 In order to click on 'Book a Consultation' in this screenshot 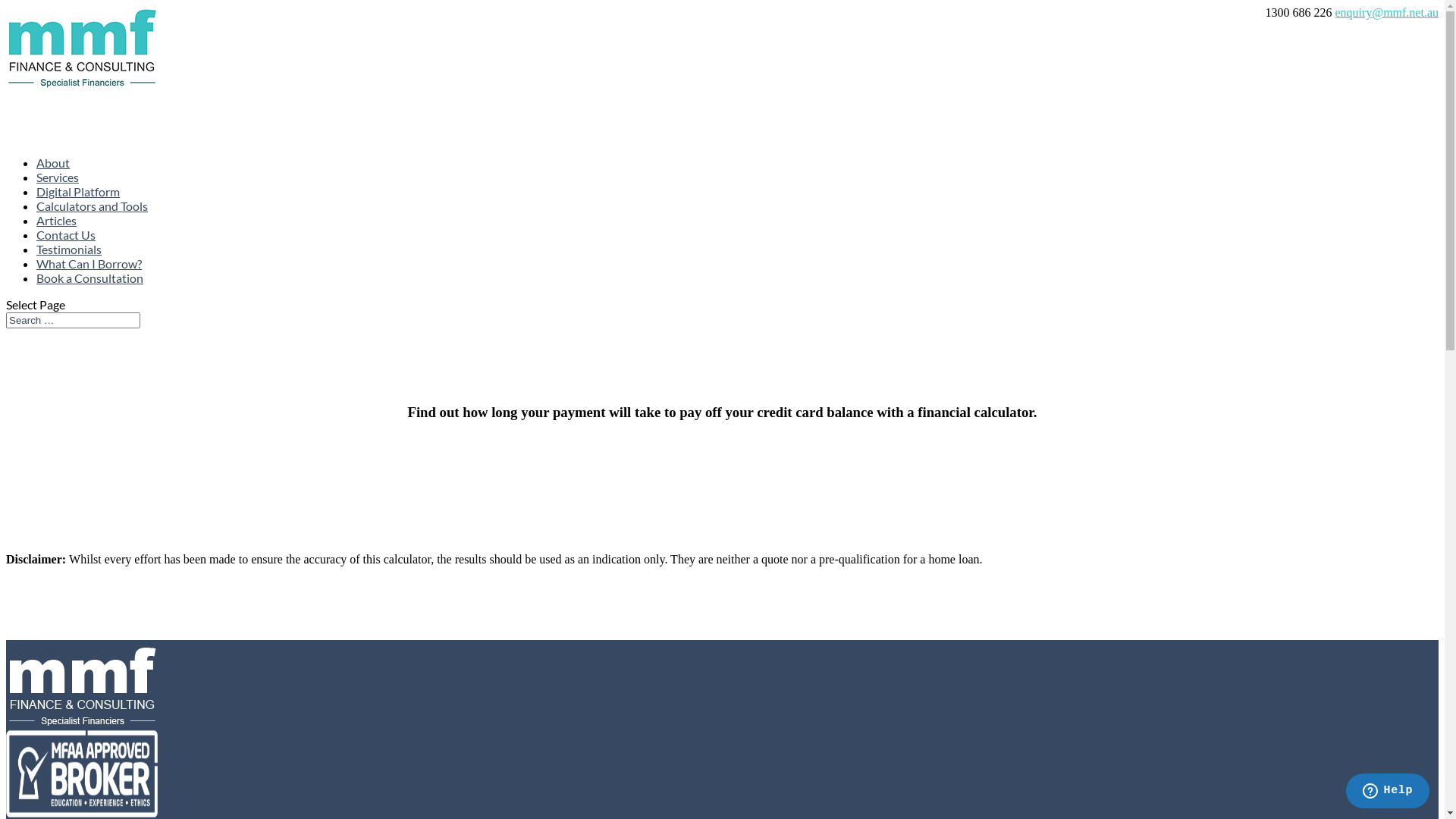, I will do `click(89, 301)`.